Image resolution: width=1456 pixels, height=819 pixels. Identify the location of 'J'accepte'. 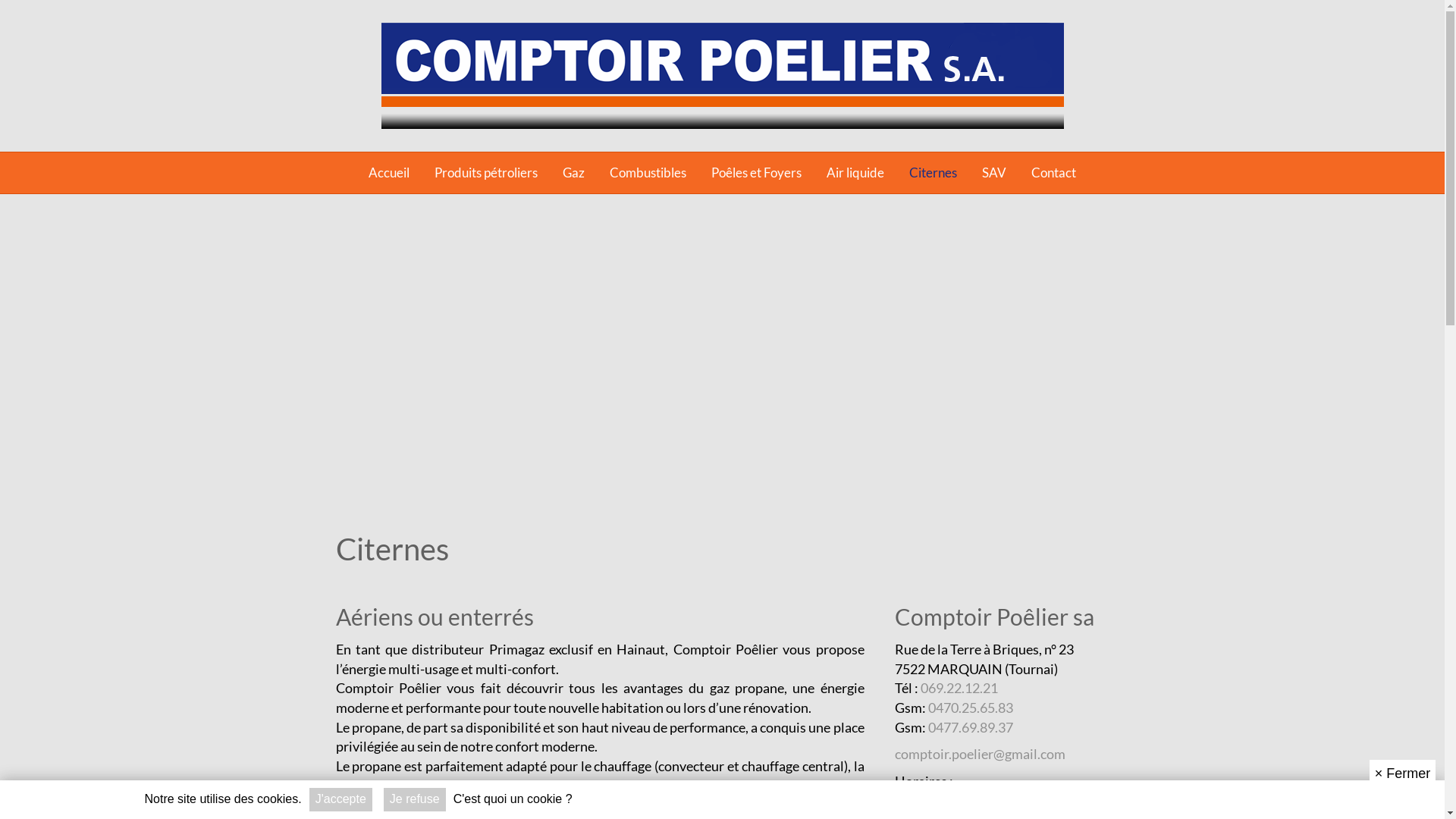
(340, 799).